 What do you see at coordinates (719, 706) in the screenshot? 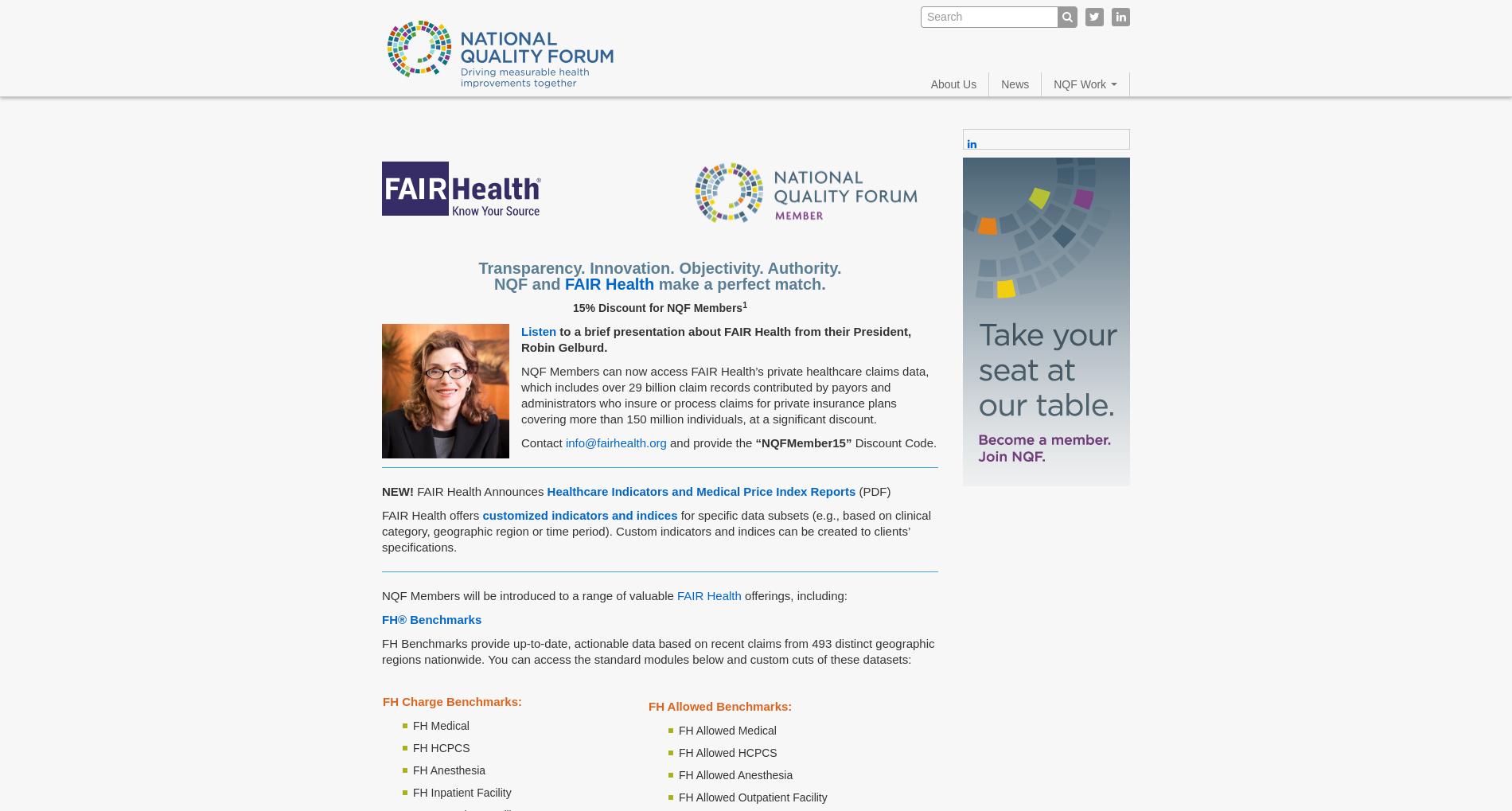
I see `'FH Allowed Benchmarks:'` at bounding box center [719, 706].